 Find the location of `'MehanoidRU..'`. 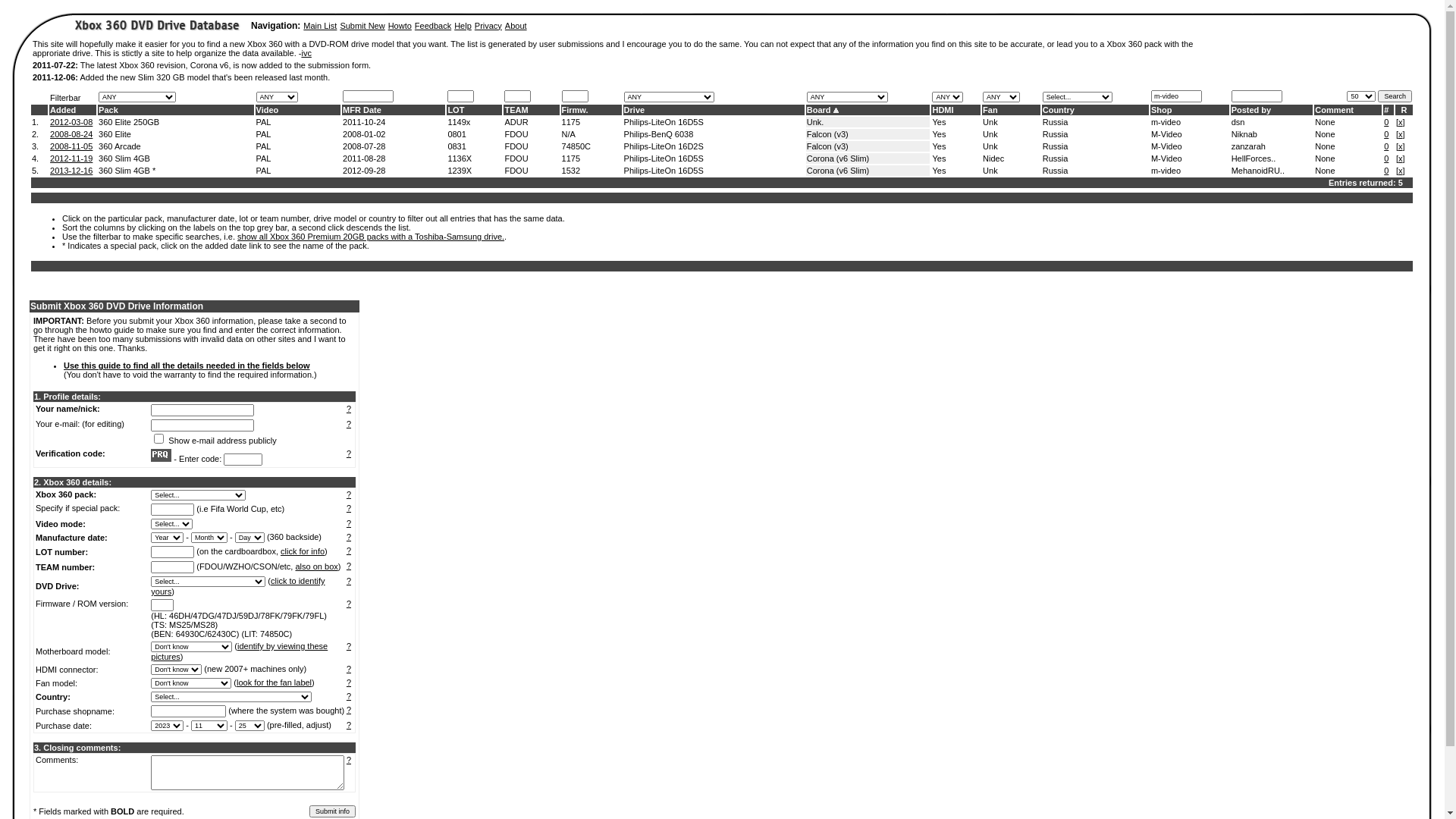

'MehanoidRU..' is located at coordinates (1231, 170).